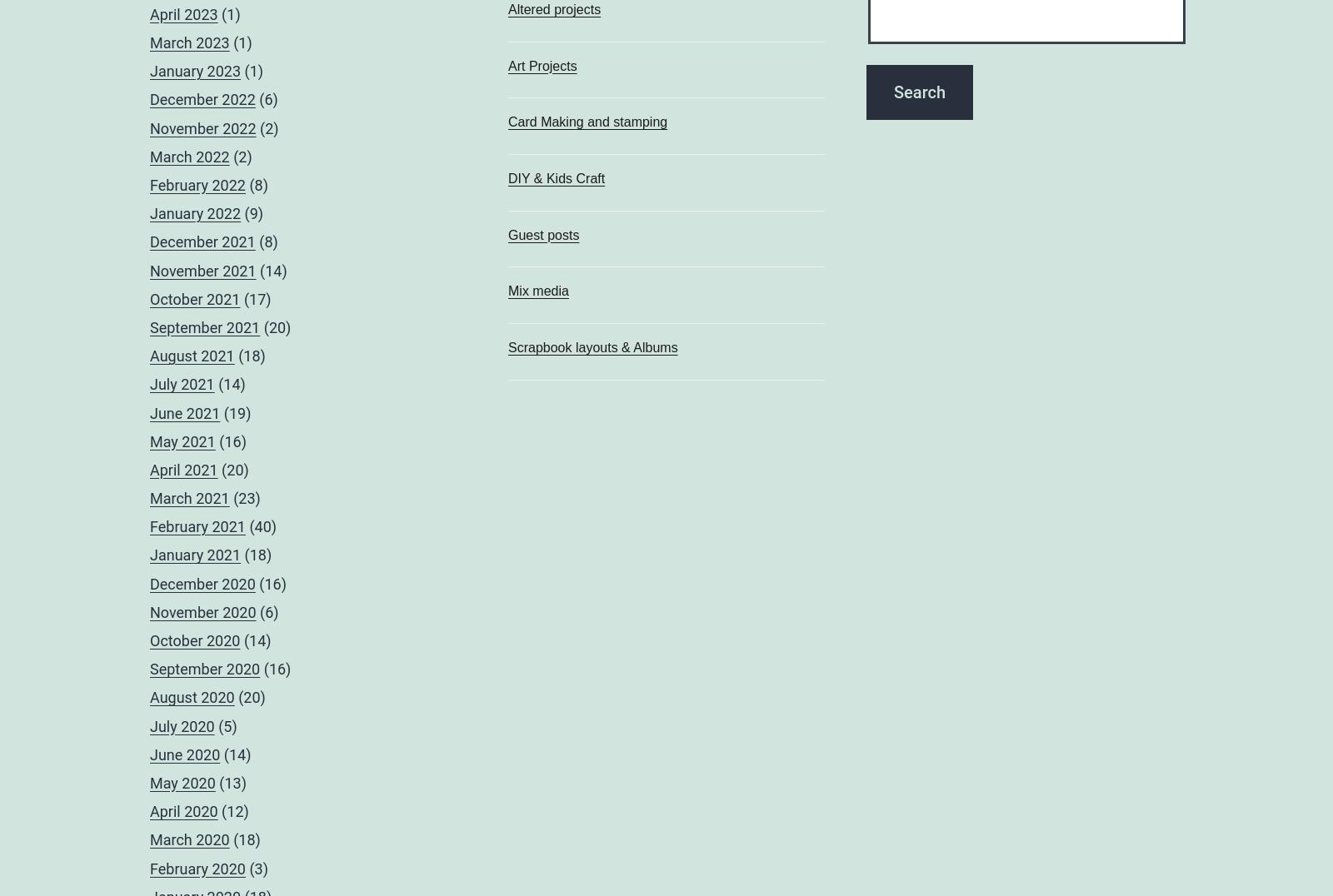 The width and height of the screenshot is (1333, 896). Describe the element at coordinates (185, 412) in the screenshot. I see `'June 2021'` at that location.